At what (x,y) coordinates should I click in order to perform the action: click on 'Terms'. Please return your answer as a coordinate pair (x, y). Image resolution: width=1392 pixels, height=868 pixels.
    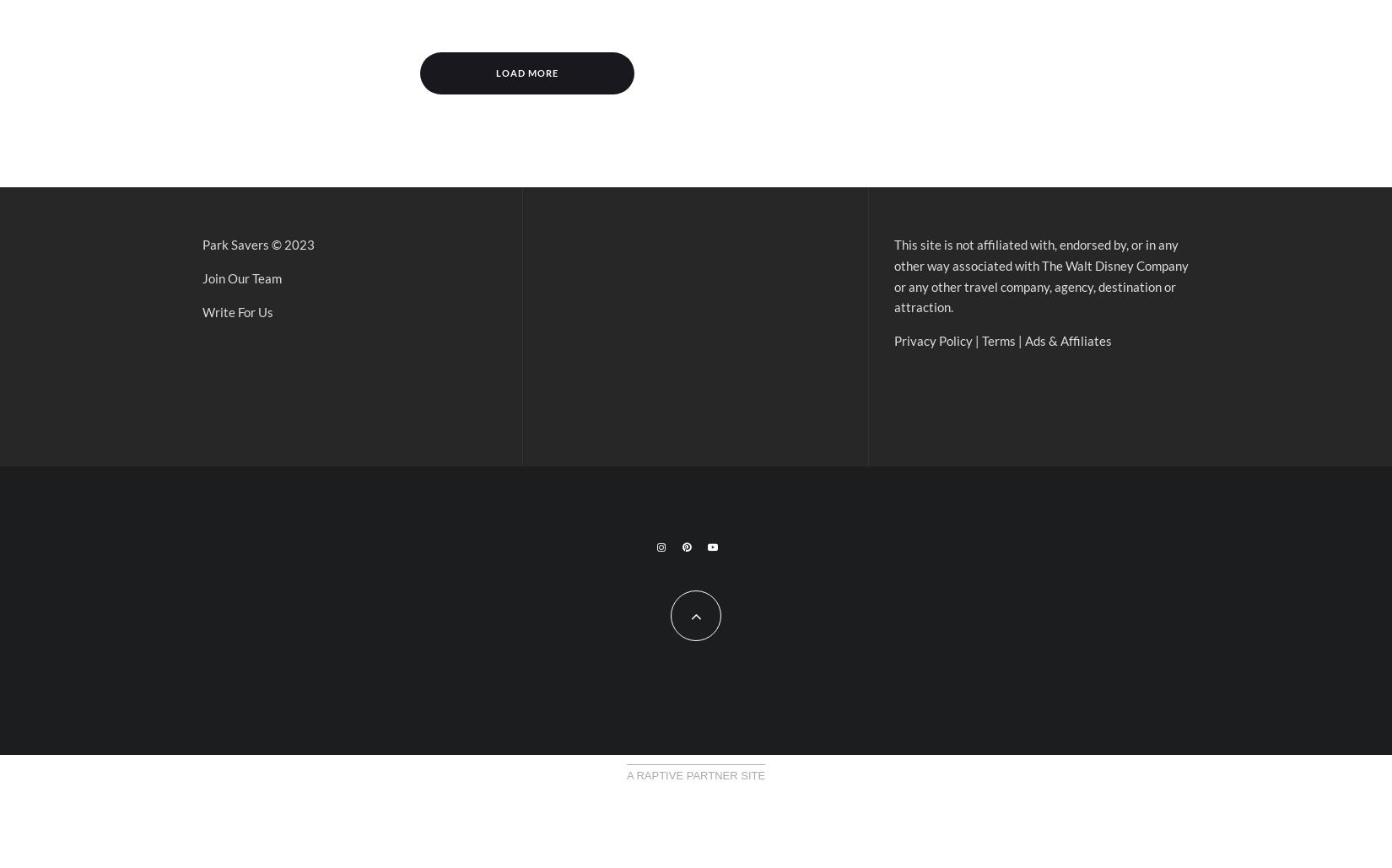
    Looking at the image, I should click on (982, 339).